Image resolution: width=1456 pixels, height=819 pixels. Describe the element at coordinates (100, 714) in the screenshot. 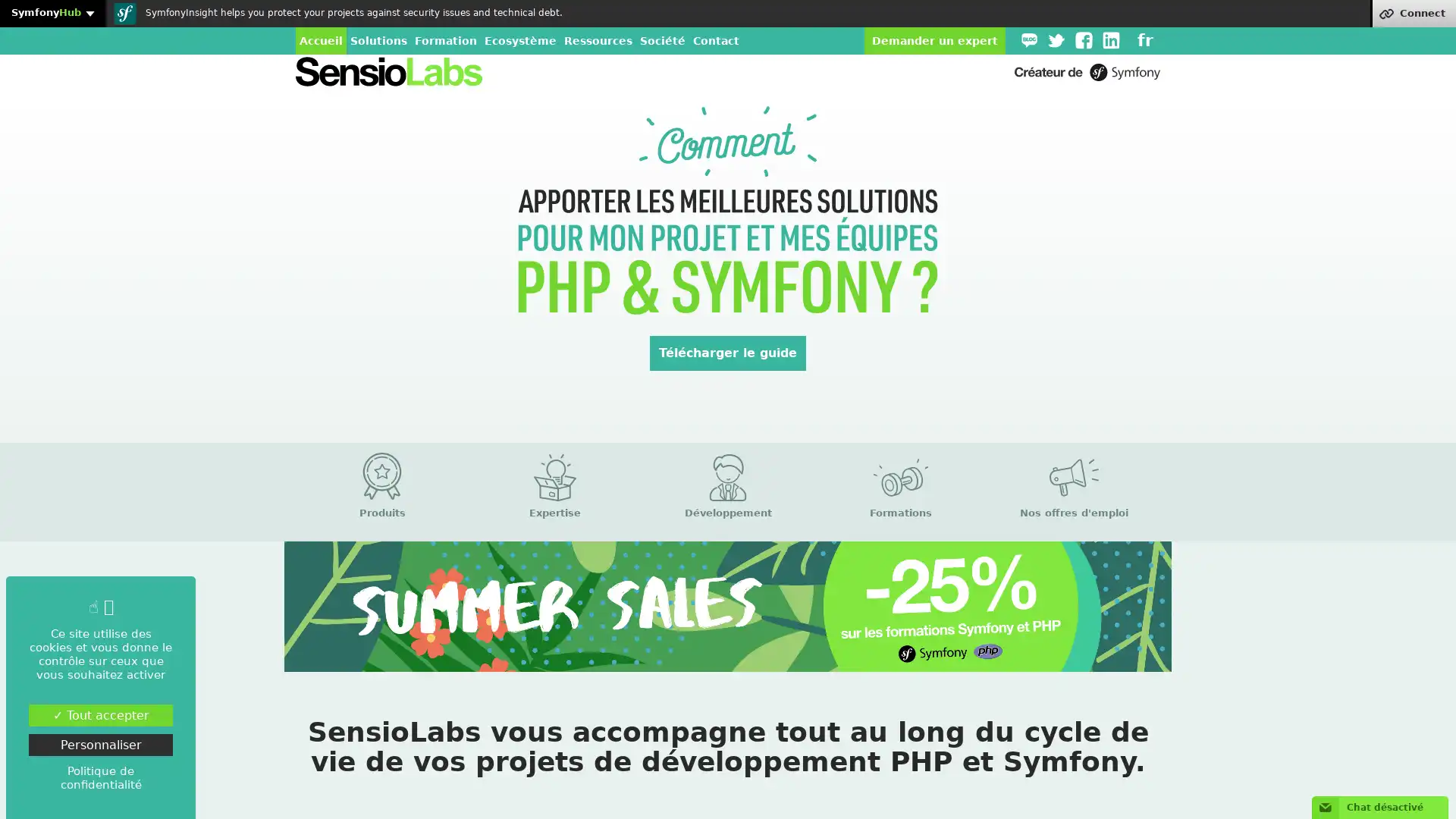

I see `Tout accepter` at that location.